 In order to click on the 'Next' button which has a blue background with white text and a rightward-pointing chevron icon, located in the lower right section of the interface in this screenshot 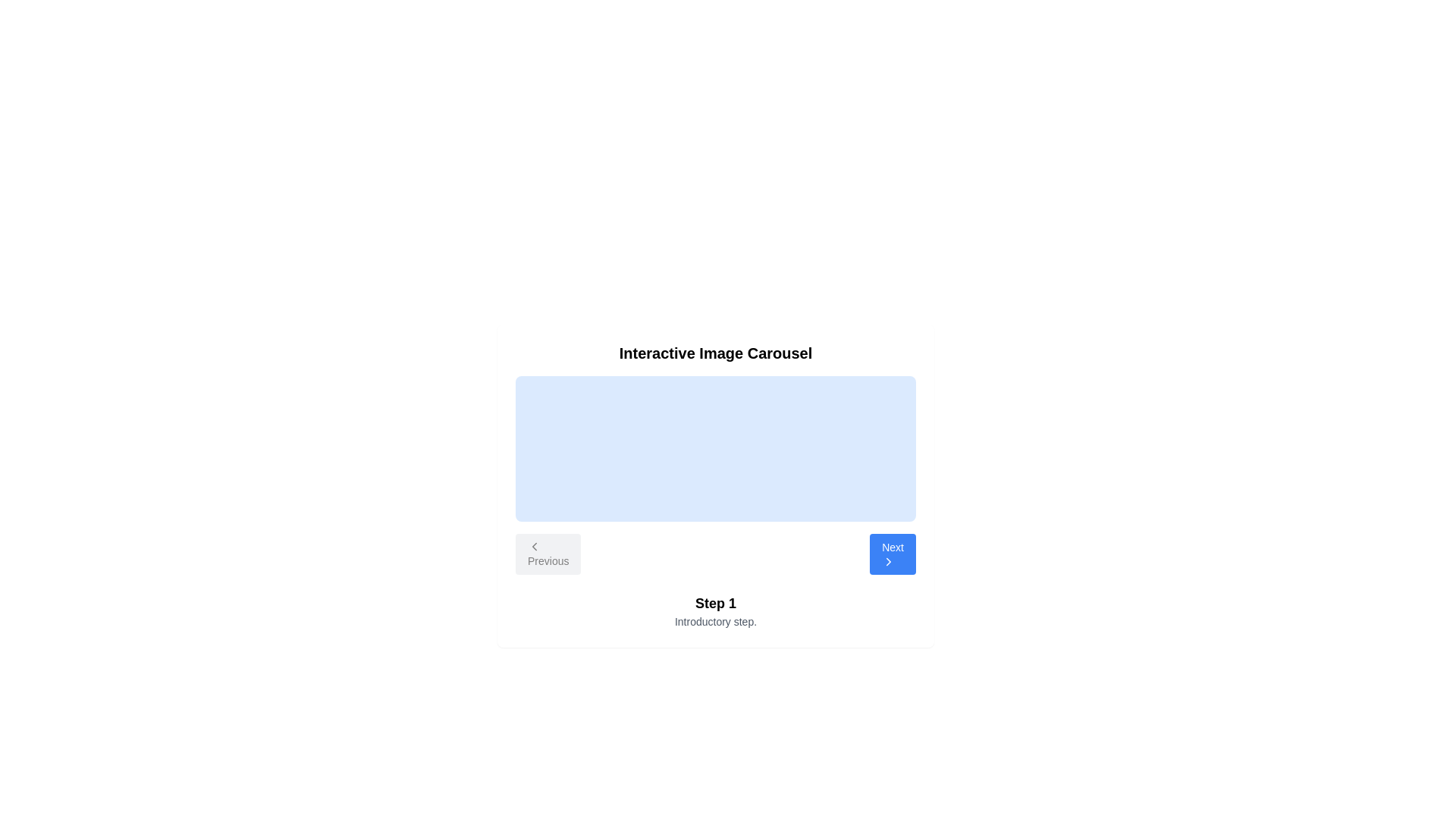, I will do `click(893, 554)`.